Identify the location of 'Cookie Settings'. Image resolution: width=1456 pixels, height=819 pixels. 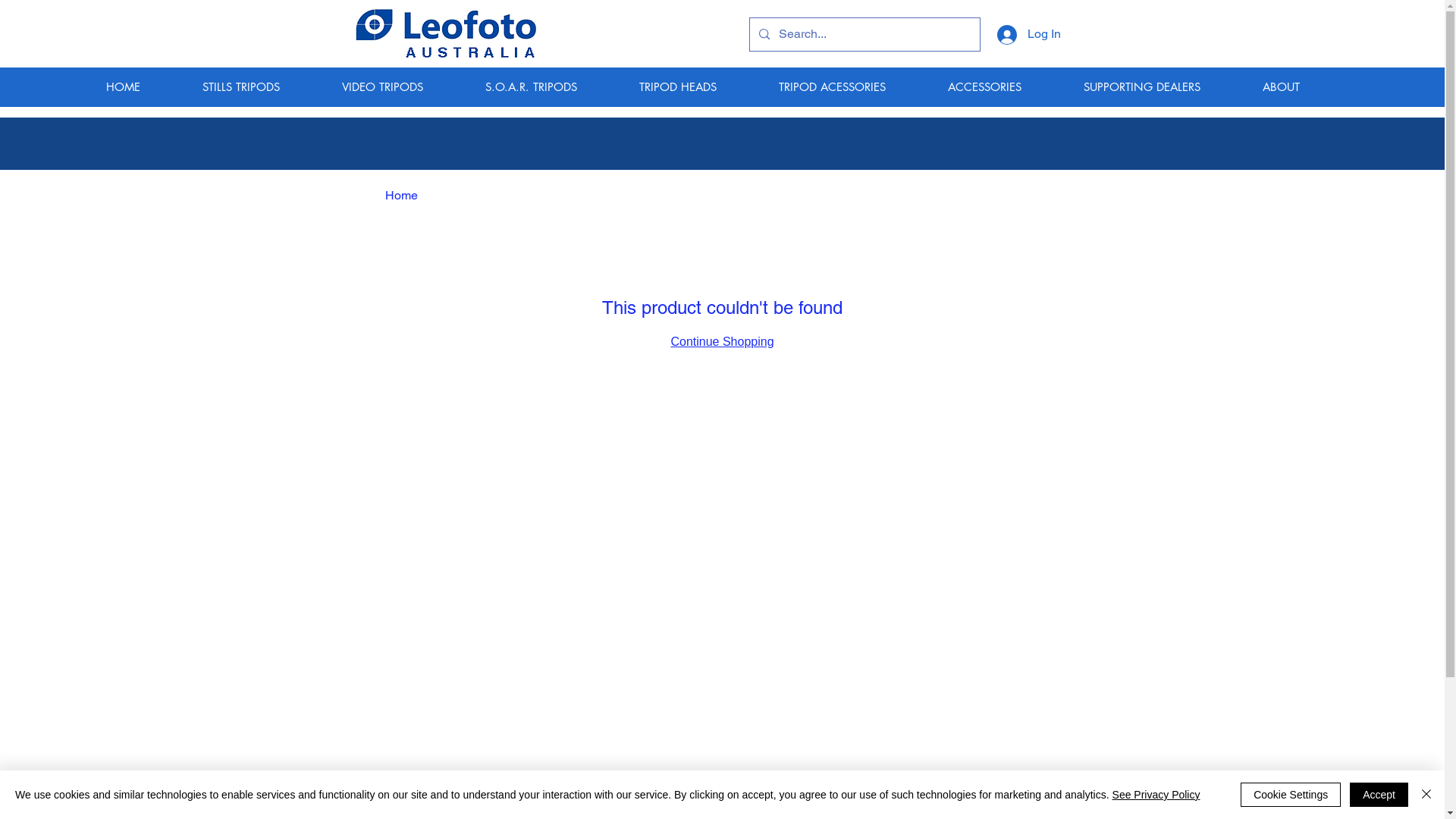
(1290, 794).